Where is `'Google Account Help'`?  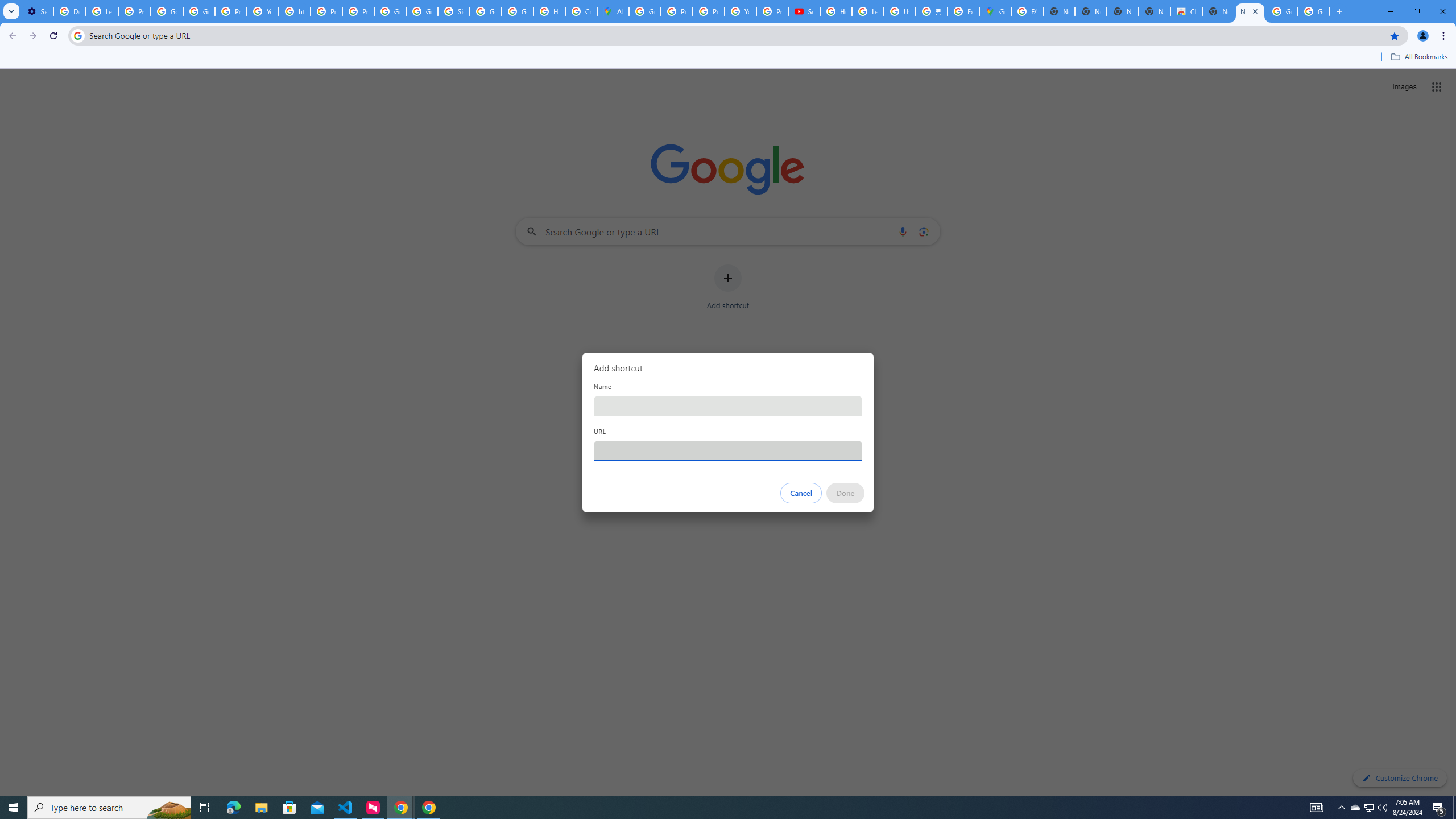
'Google Account Help' is located at coordinates (167, 11).